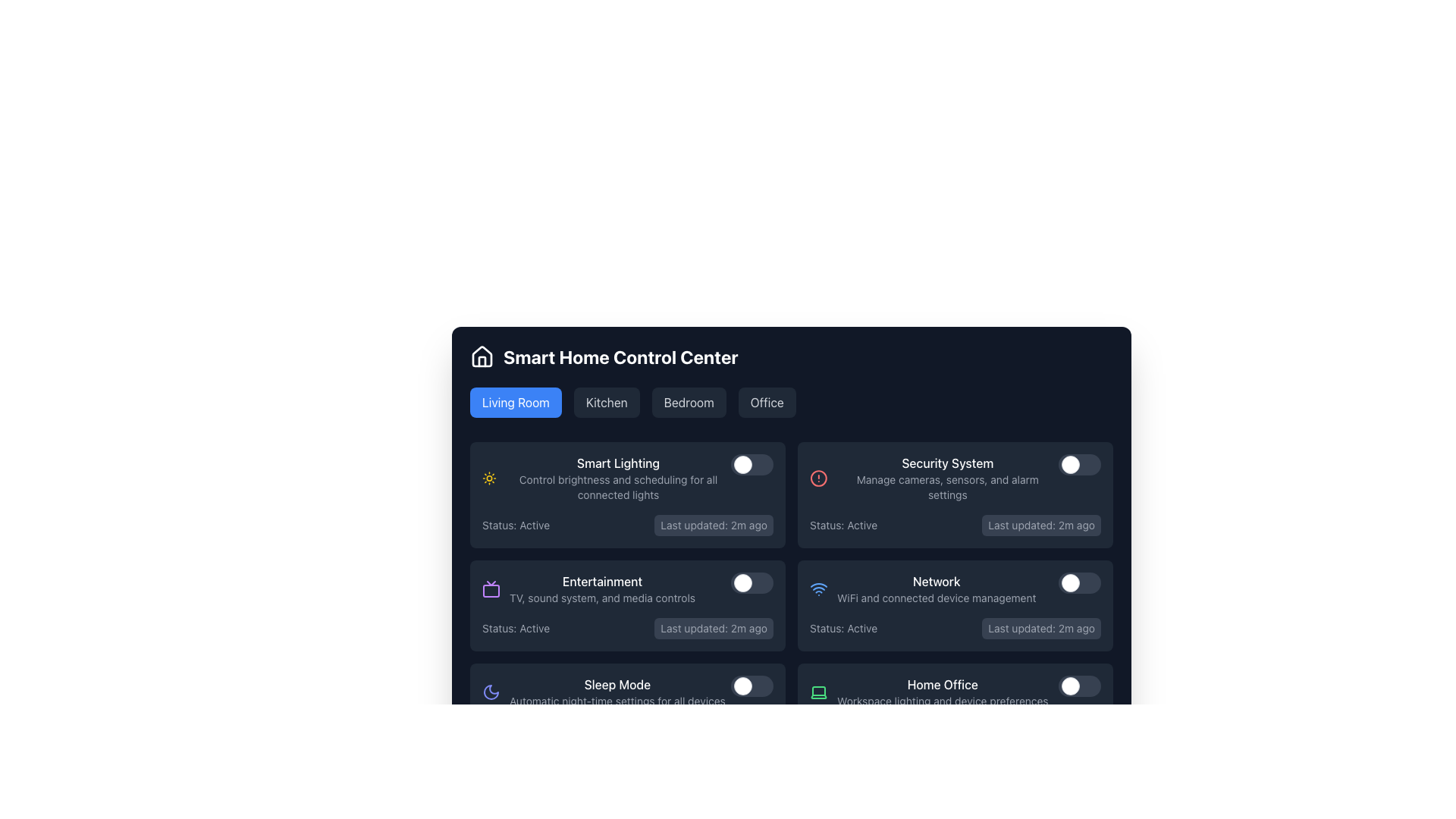 This screenshot has height=819, width=1456. What do you see at coordinates (954, 588) in the screenshot?
I see `the 'Network' section label and descriptor text block element, which includes an accompanying icon, located in the second row and third column of the grid in the Smart Home Control Center interface` at bounding box center [954, 588].